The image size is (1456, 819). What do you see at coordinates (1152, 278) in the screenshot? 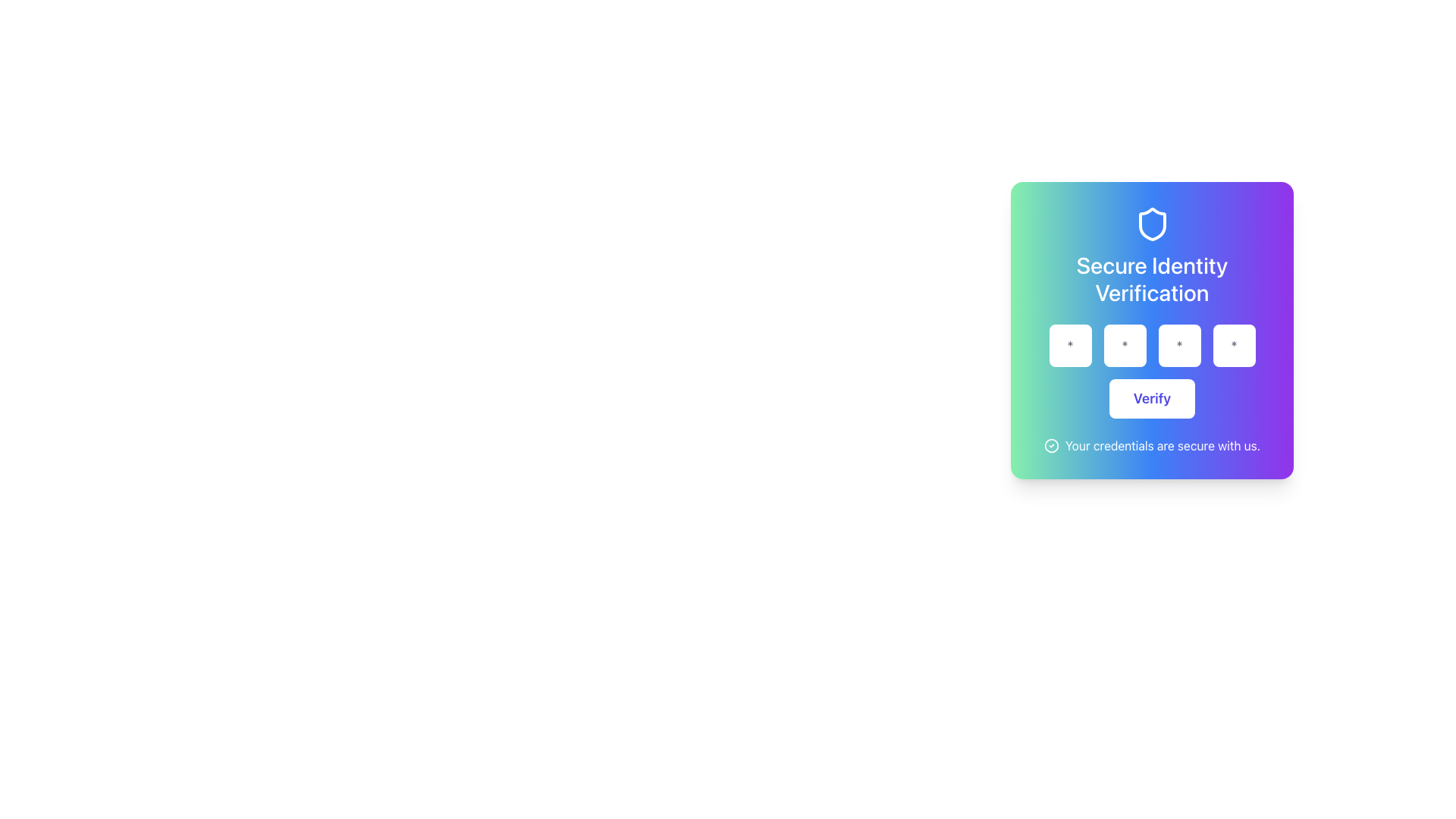
I see `the label displaying 'Secure Identity Verification' in large, bold white font, which is centrally positioned within its gradient background card` at bounding box center [1152, 278].